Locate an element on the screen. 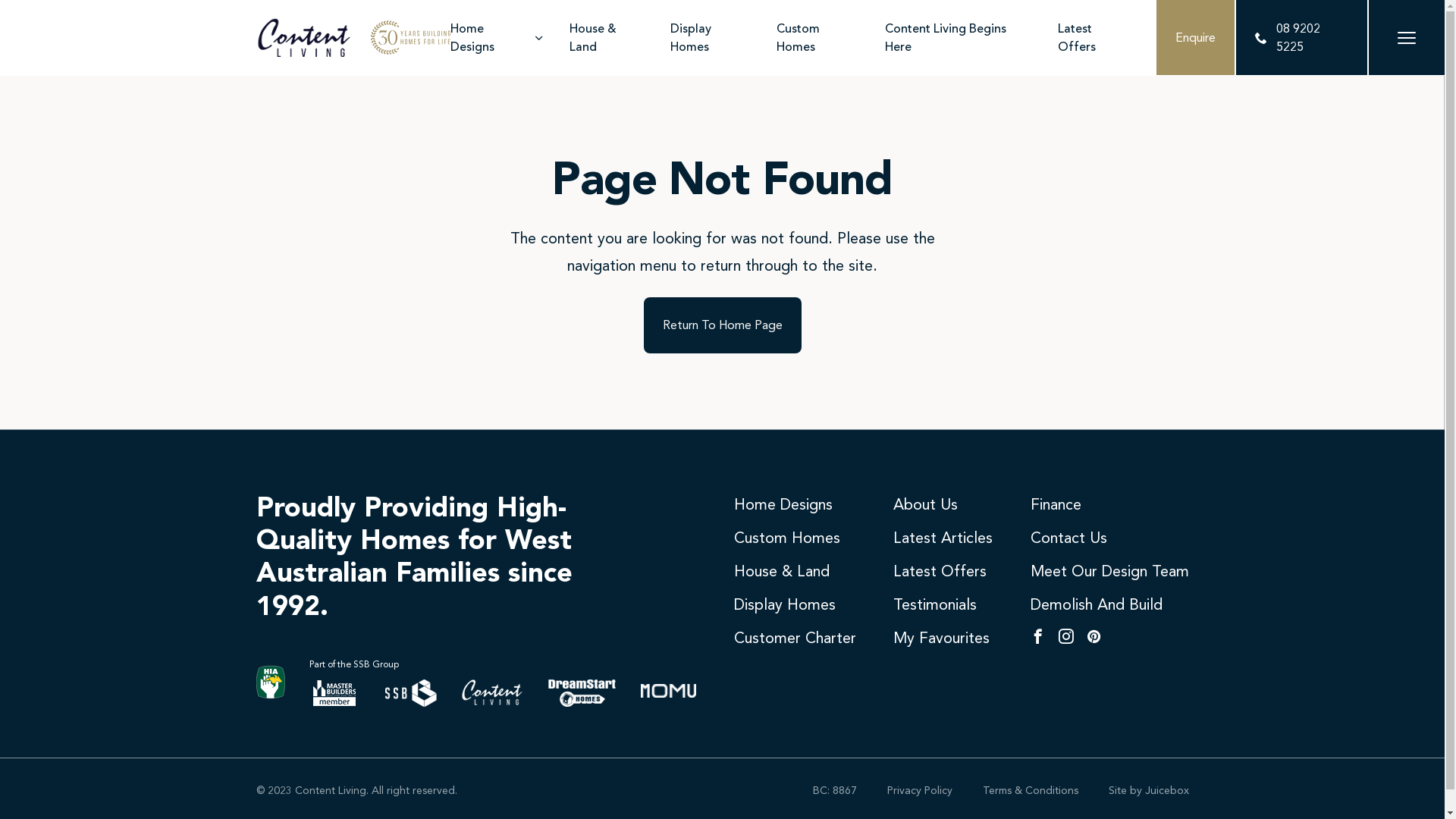 This screenshot has width=1456, height=819. 'Instagram' is located at coordinates (1065, 637).